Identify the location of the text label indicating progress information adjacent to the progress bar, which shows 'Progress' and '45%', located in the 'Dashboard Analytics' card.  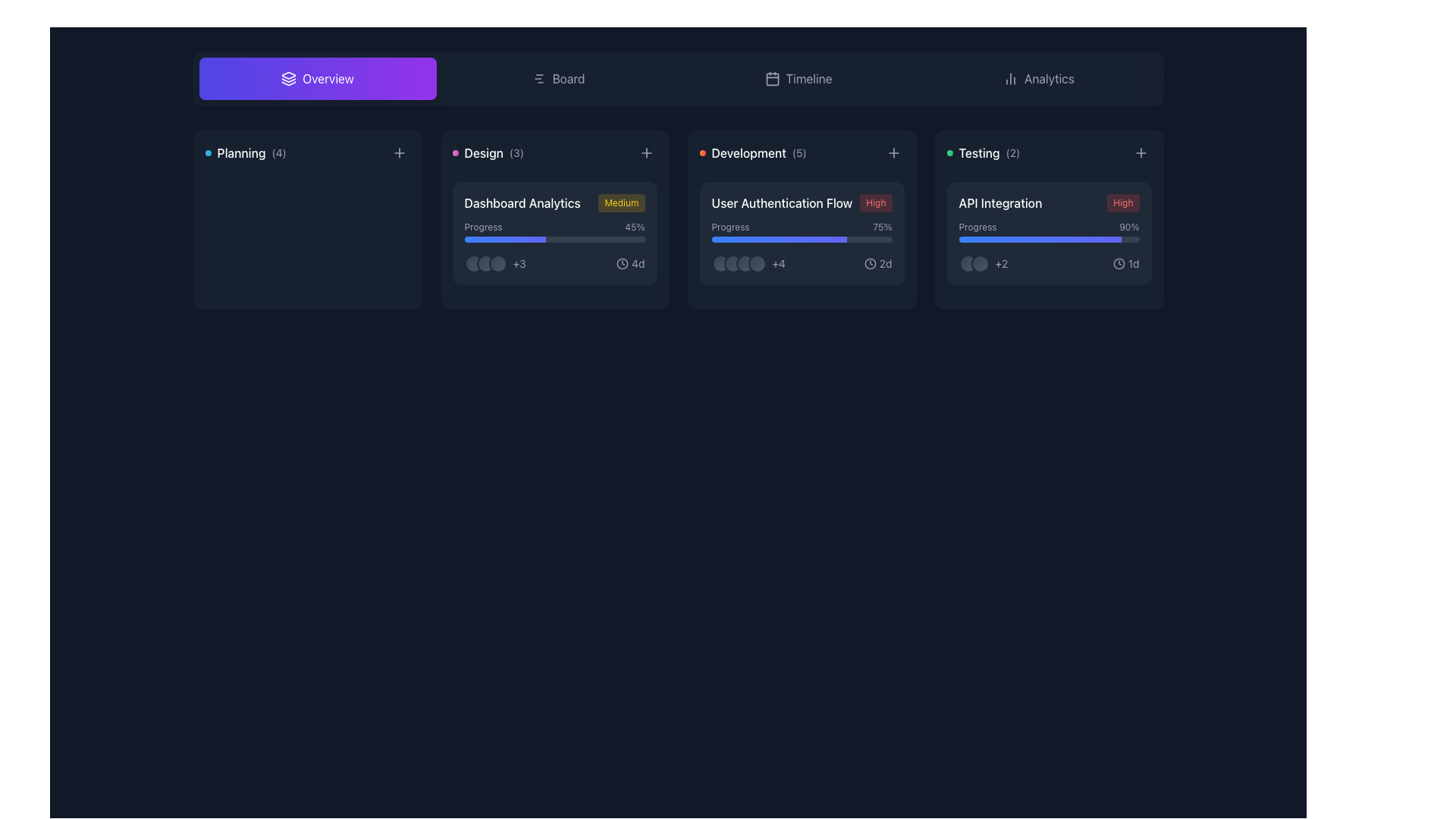
(482, 227).